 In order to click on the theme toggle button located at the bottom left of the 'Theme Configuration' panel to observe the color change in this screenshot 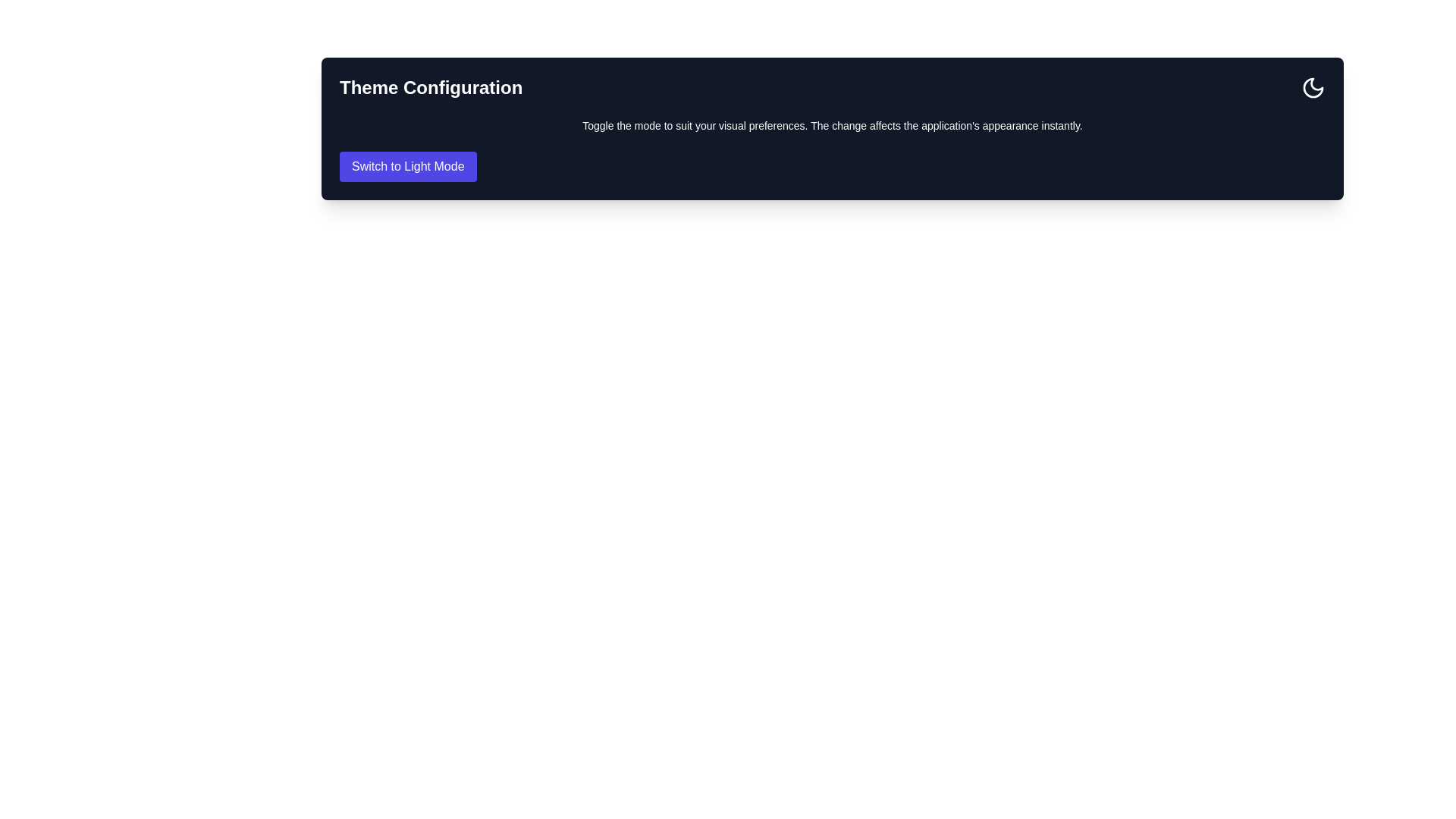, I will do `click(408, 166)`.